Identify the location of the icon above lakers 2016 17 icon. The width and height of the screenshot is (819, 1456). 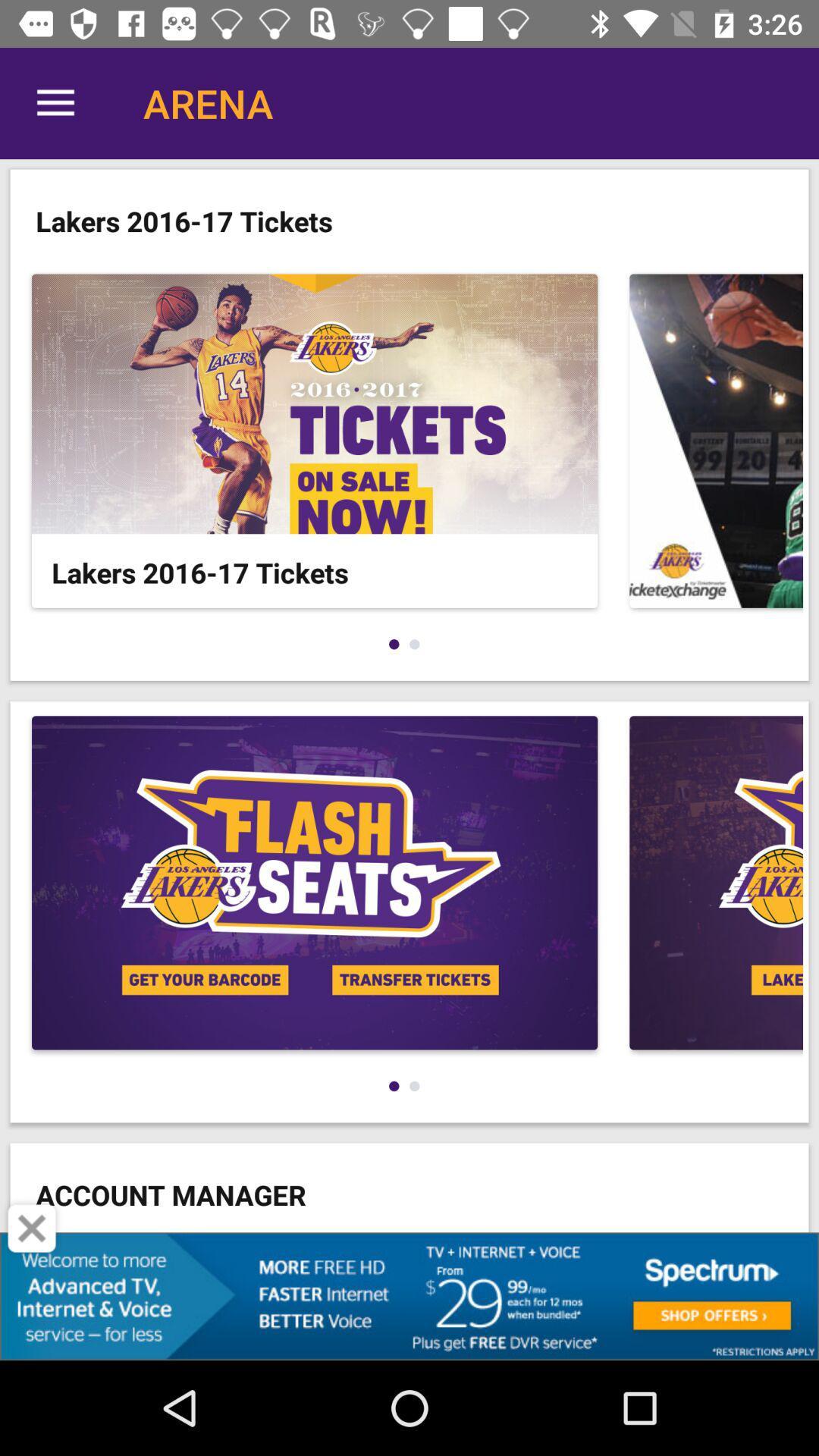
(55, 102).